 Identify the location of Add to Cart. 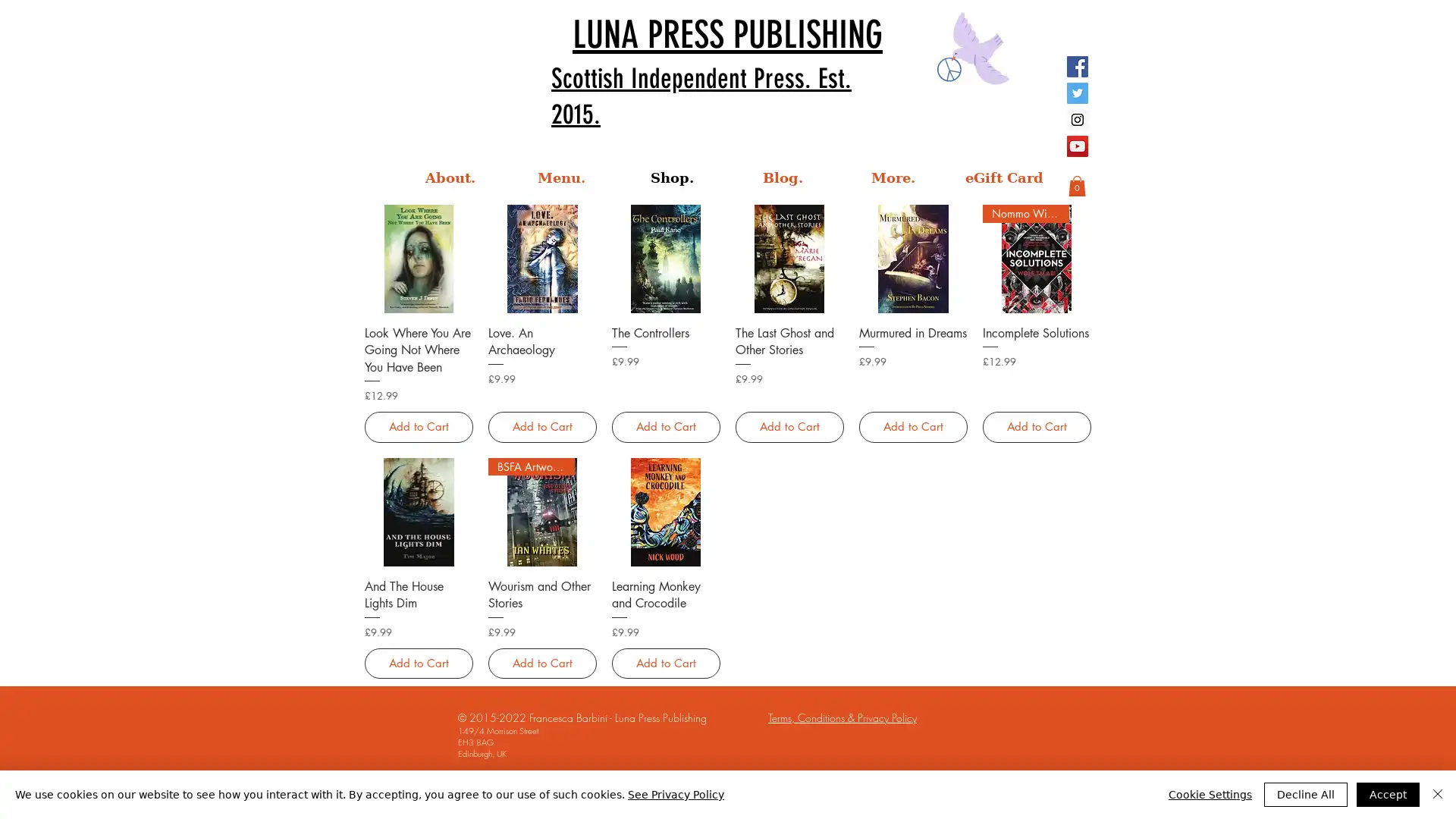
(789, 427).